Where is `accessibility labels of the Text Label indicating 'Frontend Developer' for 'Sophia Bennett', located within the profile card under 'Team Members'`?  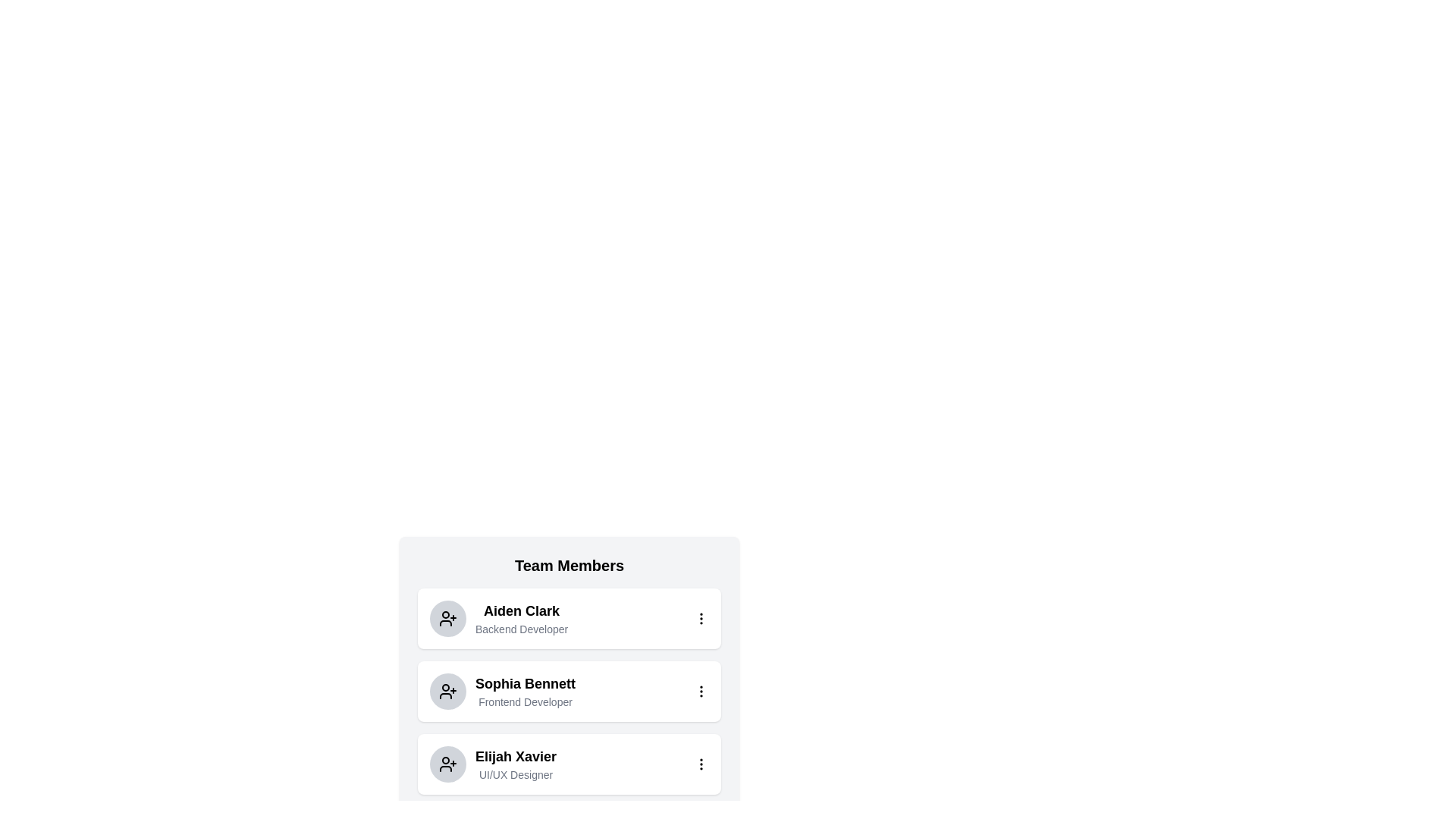 accessibility labels of the Text Label indicating 'Frontend Developer' for 'Sophia Bennett', located within the profile card under 'Team Members' is located at coordinates (525, 701).